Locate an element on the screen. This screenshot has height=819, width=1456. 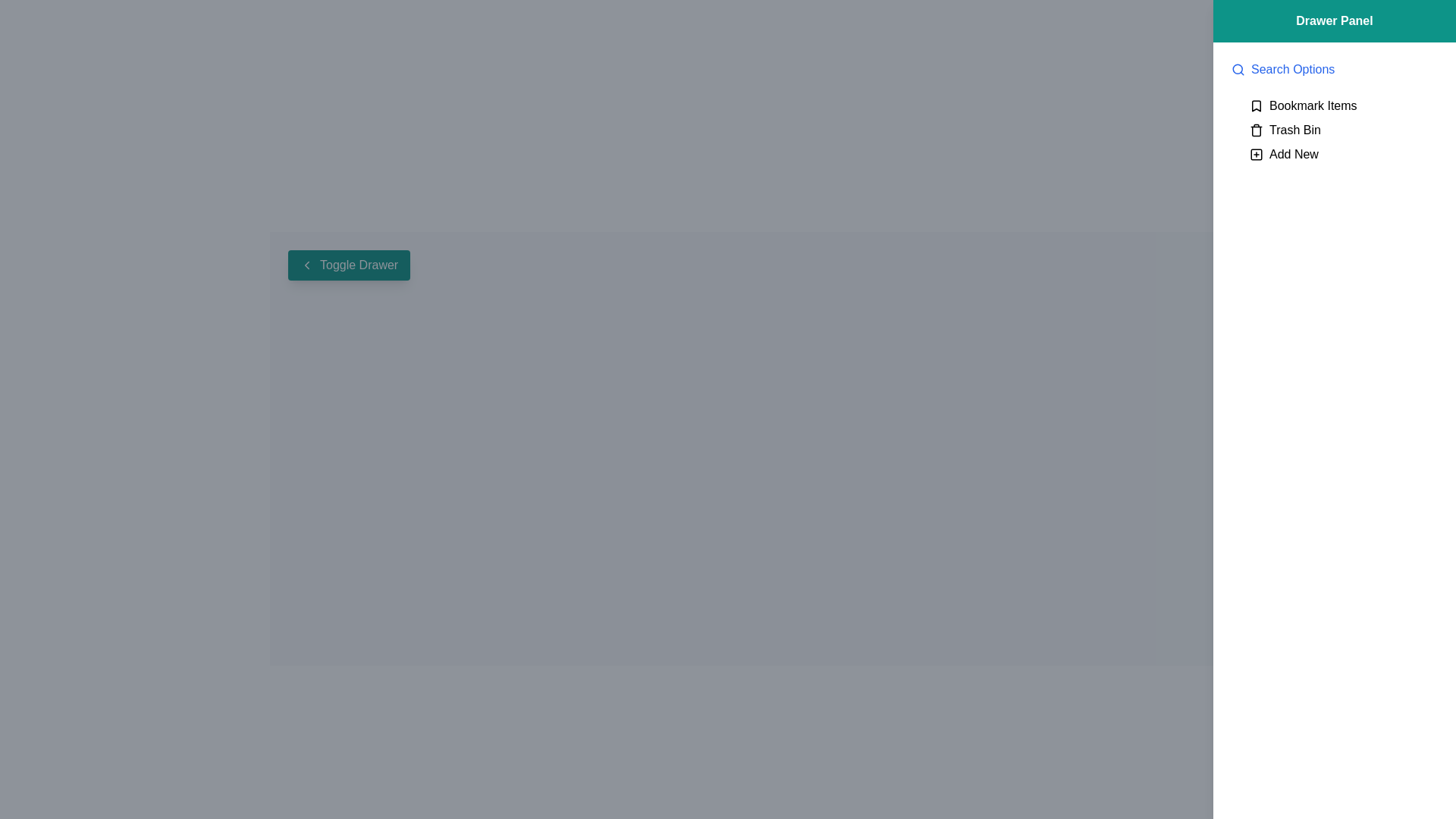
the 'Trash Bin' text label, which is styled in black font and positioned in the vertical list on the right sidebar, located between 'Bookmark Items' and 'Add New' is located at coordinates (1294, 130).